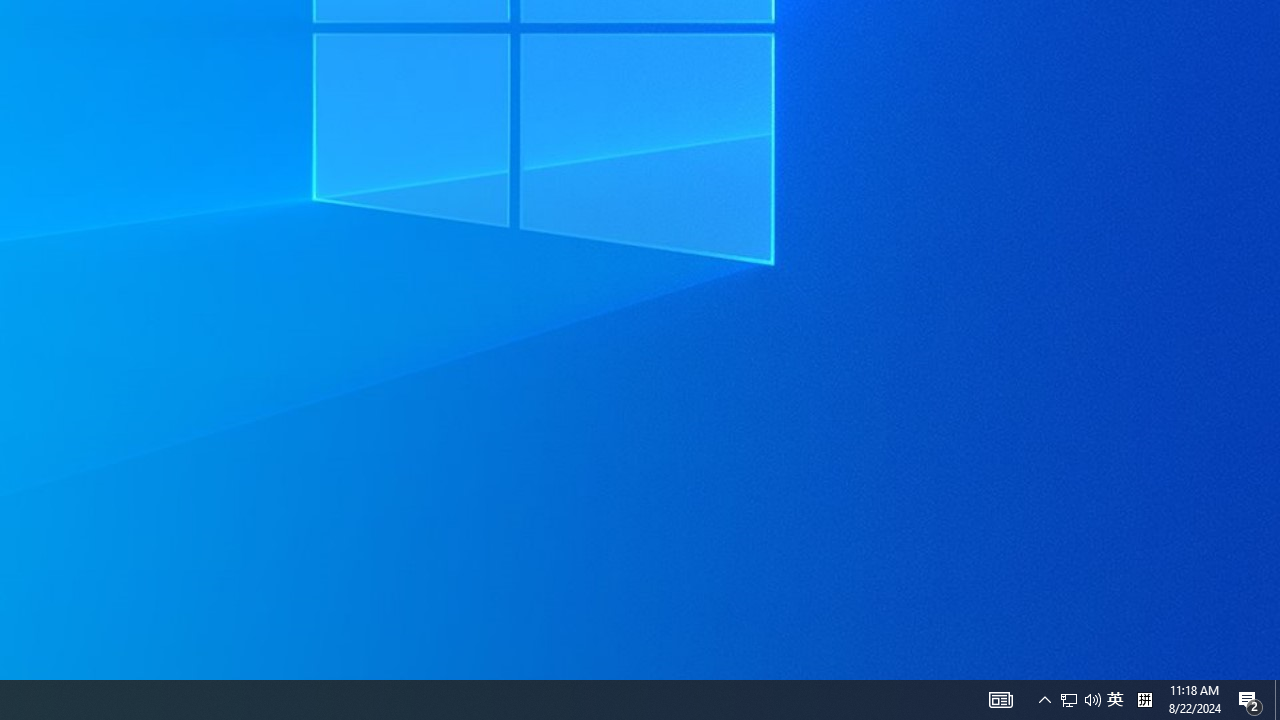  What do you see at coordinates (1114, 698) in the screenshot?
I see `'Tray Input Indicator - Chinese (Simplified, China)'` at bounding box center [1114, 698].